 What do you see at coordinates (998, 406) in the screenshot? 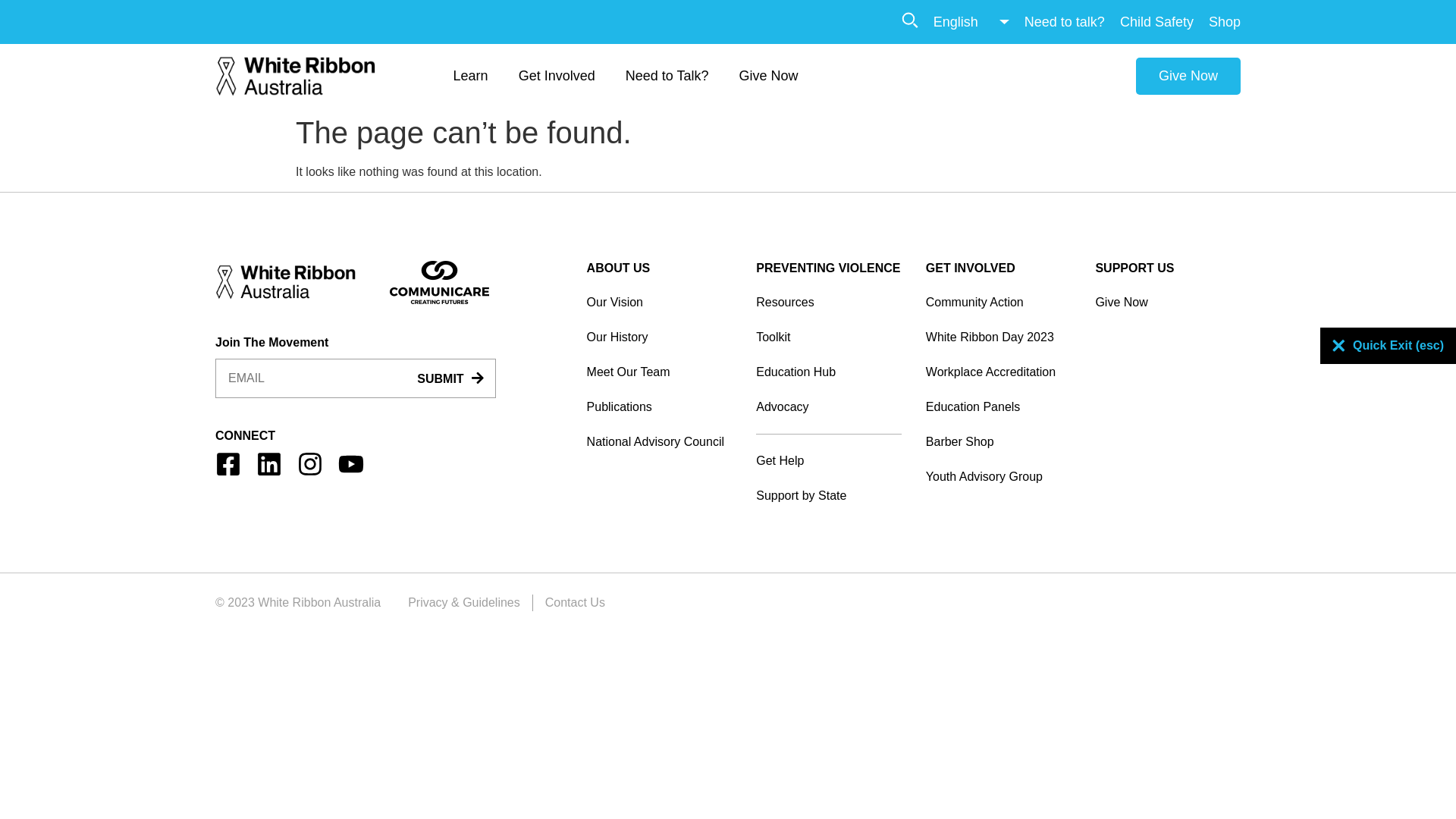
I see `'Education Panels'` at bounding box center [998, 406].